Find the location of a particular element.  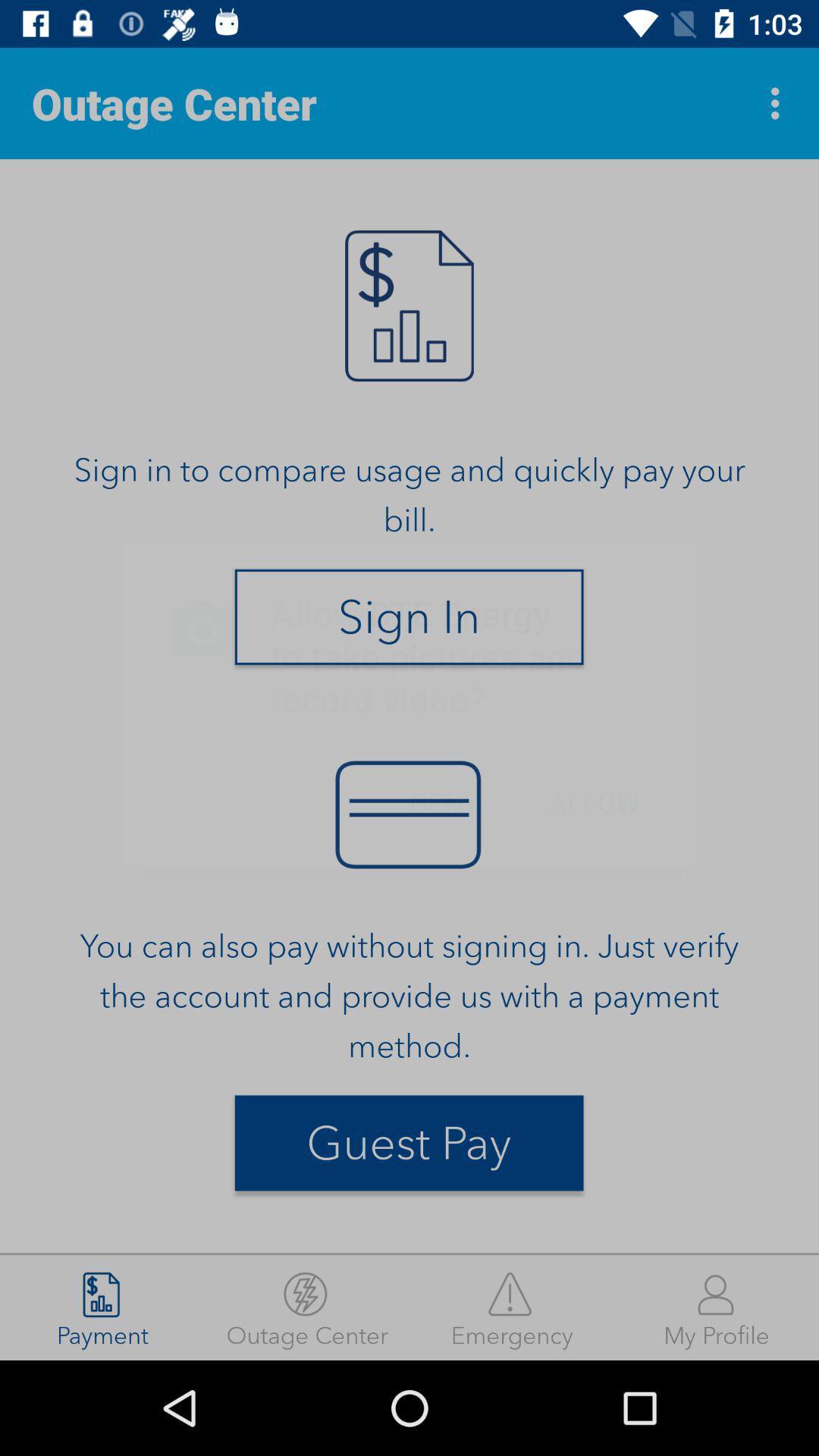

my profile is located at coordinates (717, 1307).